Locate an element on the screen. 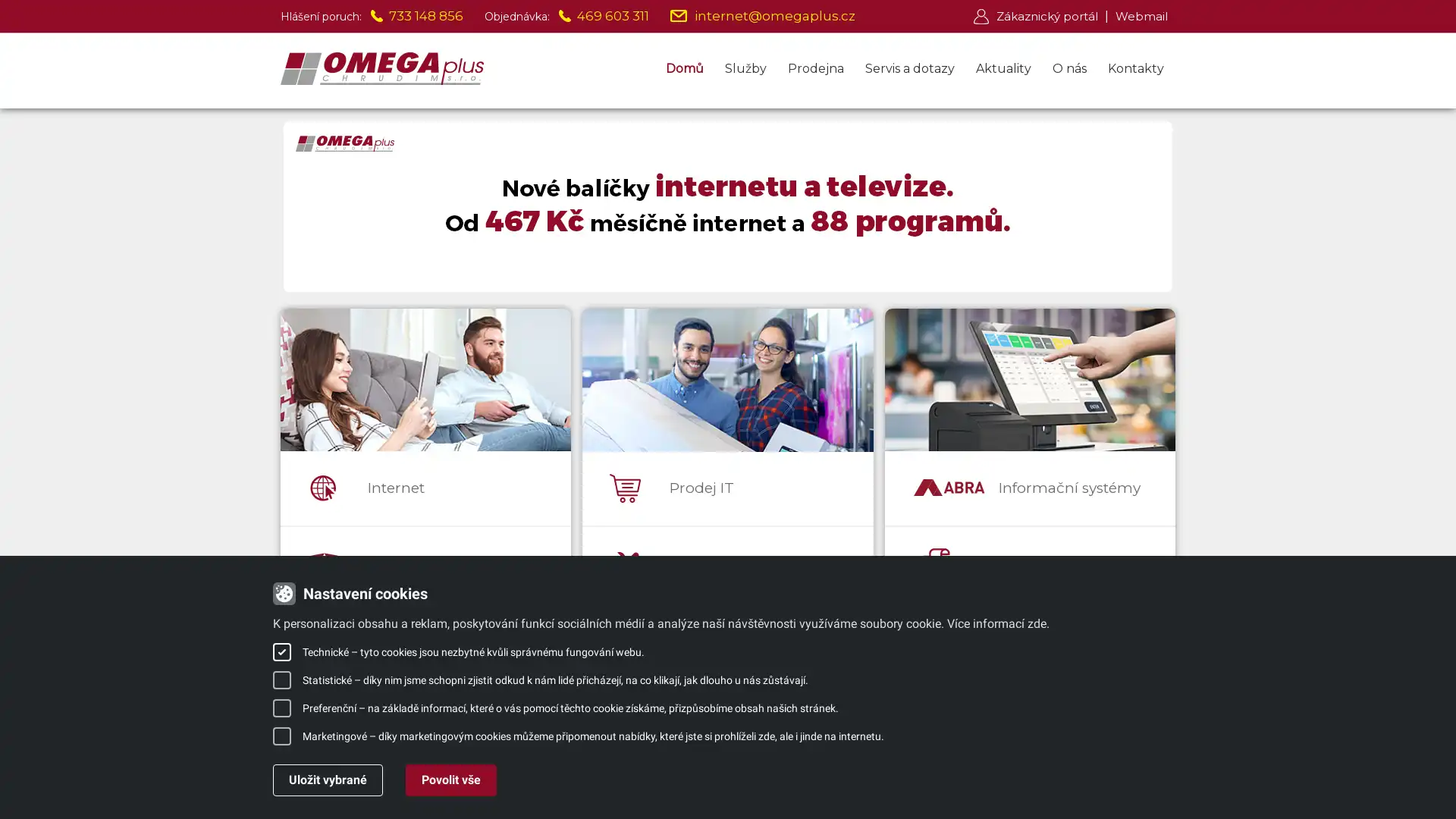 The width and height of the screenshot is (1456, 819). Ulozit vybrane is located at coordinates (327, 780).